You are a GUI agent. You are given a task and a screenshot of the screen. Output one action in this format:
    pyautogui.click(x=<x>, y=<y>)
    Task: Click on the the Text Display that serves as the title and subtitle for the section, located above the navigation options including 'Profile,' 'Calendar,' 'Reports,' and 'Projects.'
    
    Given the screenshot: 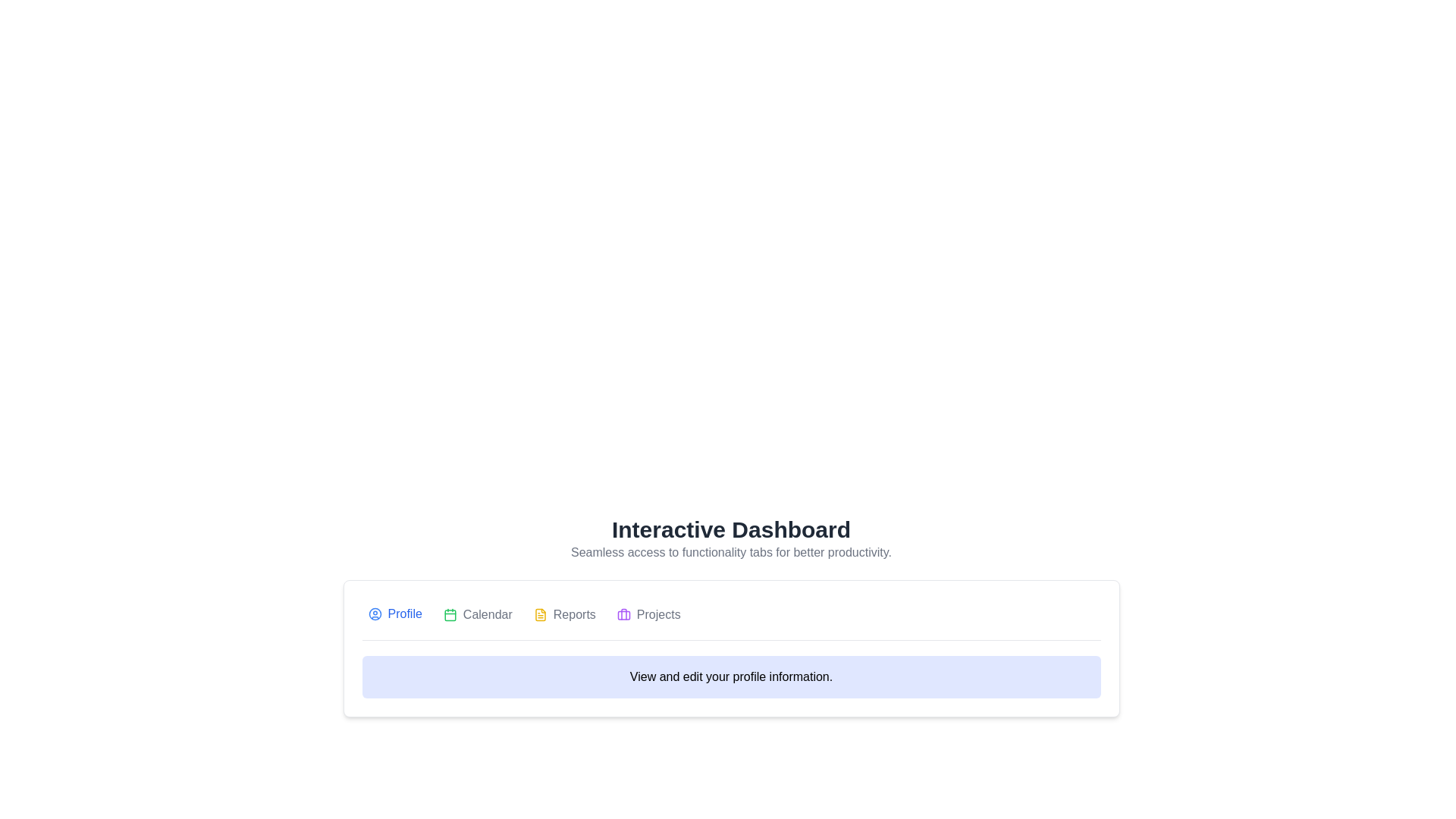 What is the action you would take?
    pyautogui.click(x=731, y=548)
    